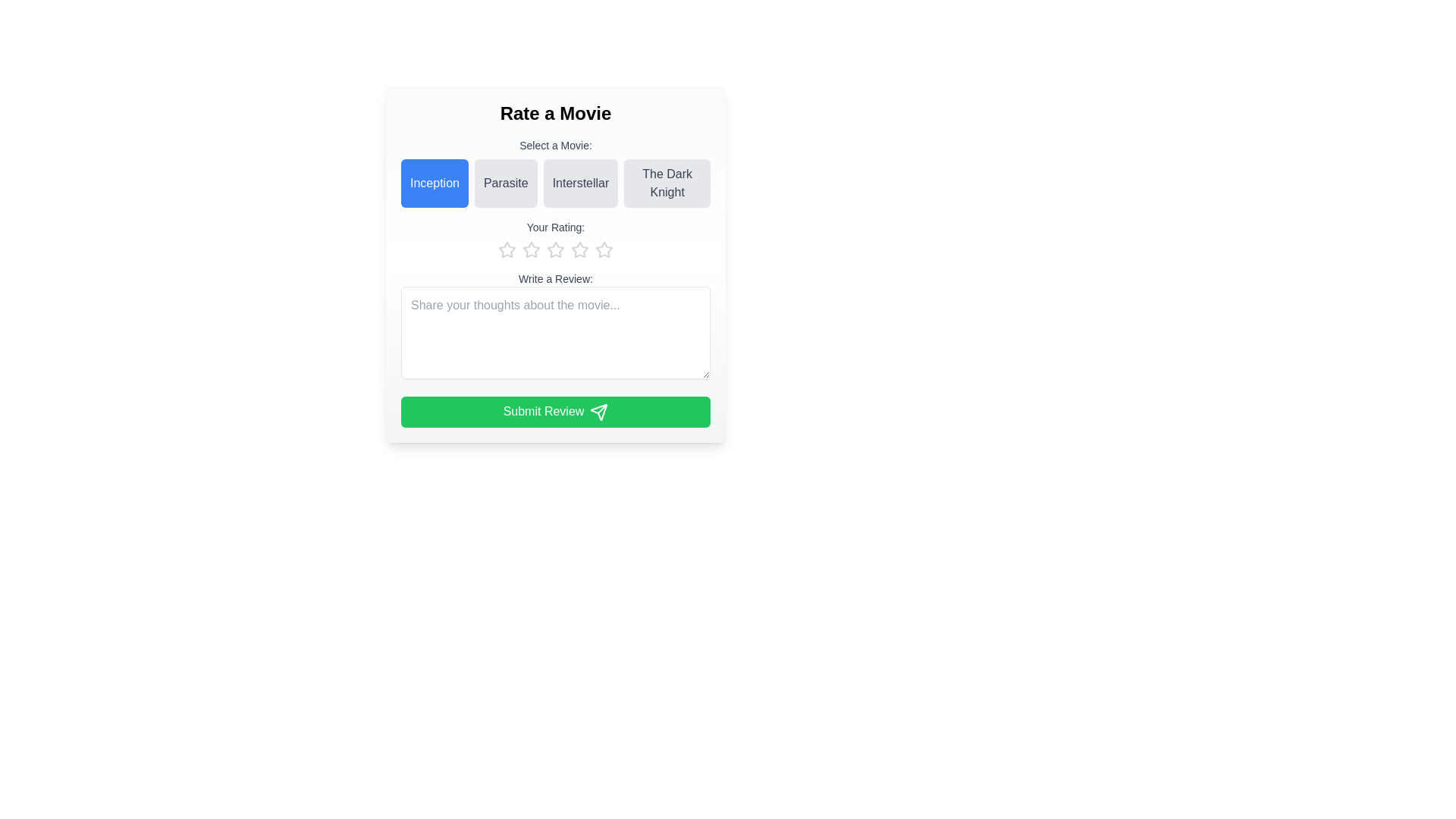 This screenshot has width=1456, height=819. I want to click on the first star-shaped rating icon, which is styled in gray and is part of a series of five stars under the 'Your Rating' label, so click(507, 249).